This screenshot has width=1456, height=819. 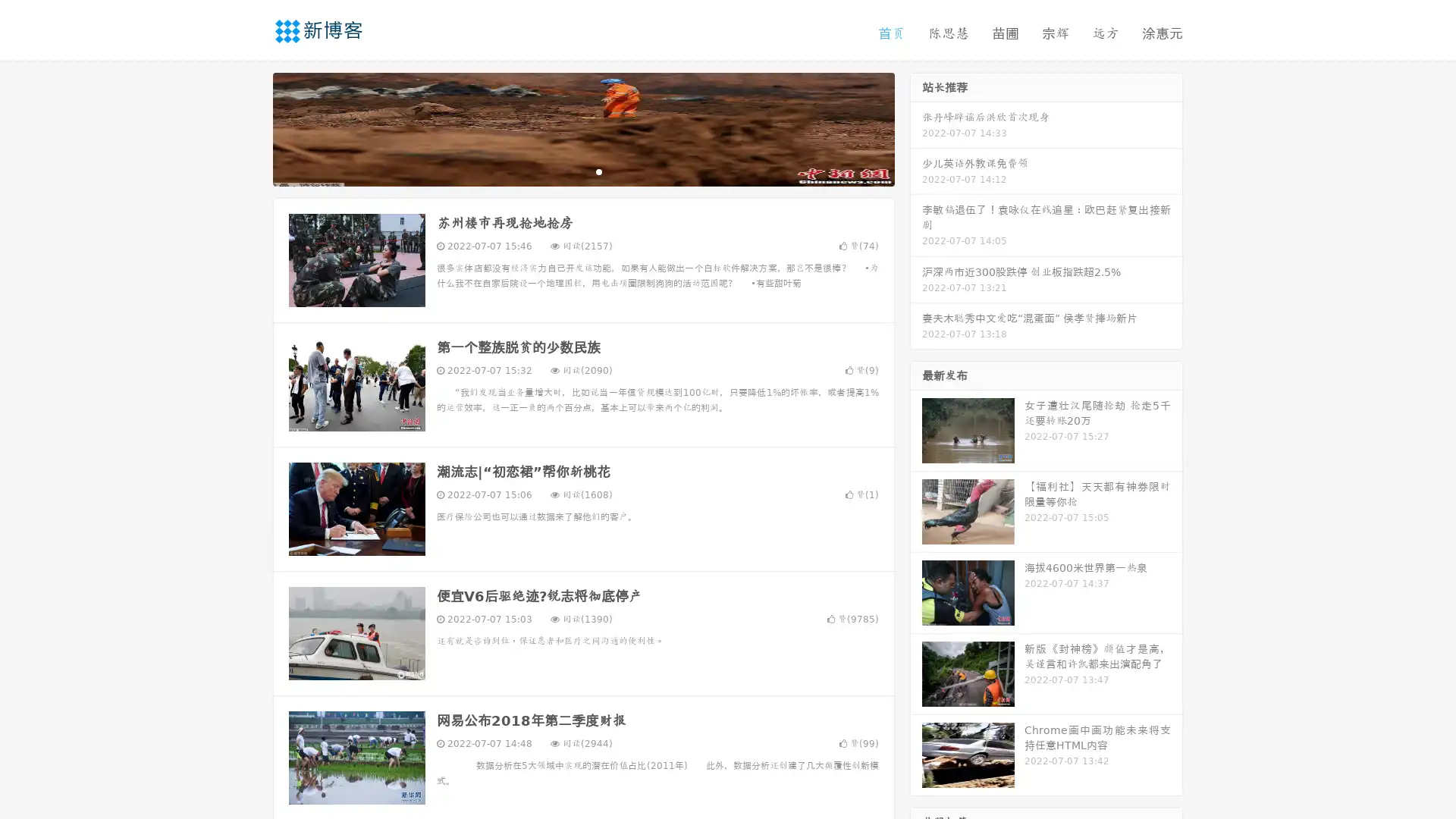 What do you see at coordinates (916, 127) in the screenshot?
I see `Next slide` at bounding box center [916, 127].